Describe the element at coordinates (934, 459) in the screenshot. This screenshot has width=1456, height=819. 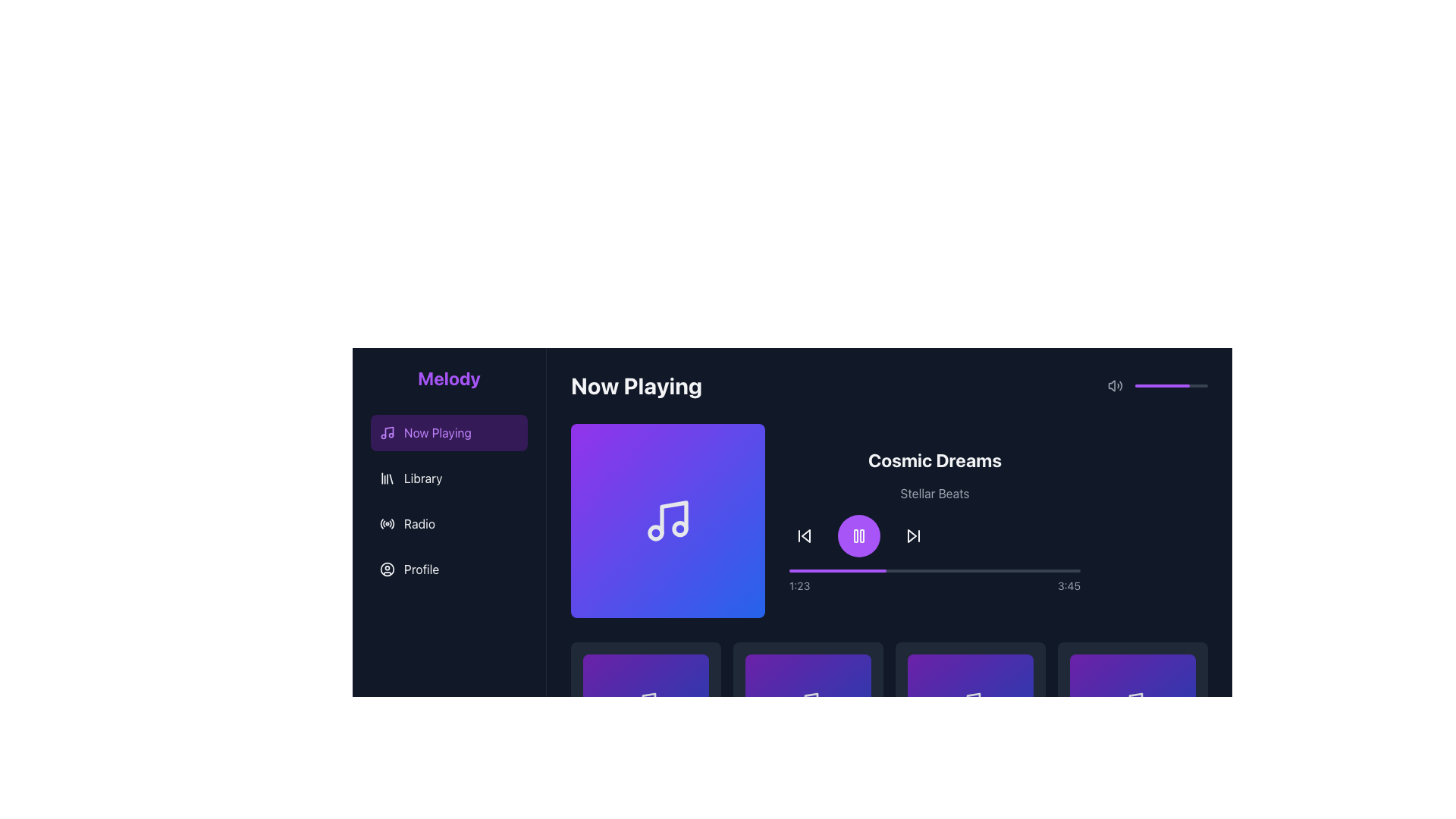
I see `the static title text displaying the currently playing media, located on the right side of the interface, above the subtitle 'Stellar Beats'` at that location.